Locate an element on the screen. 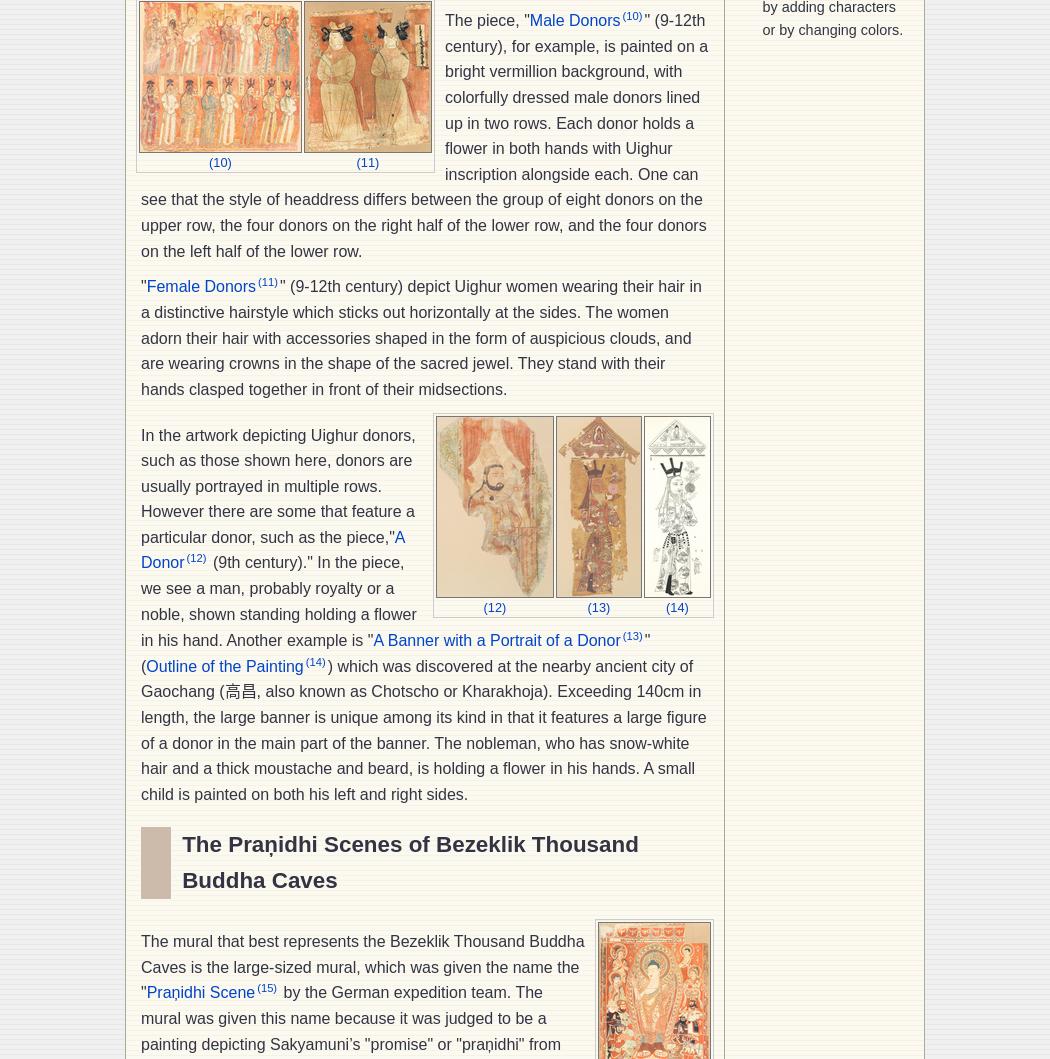 The width and height of the screenshot is (1050, 1059). 'A Donor' is located at coordinates (140, 548).